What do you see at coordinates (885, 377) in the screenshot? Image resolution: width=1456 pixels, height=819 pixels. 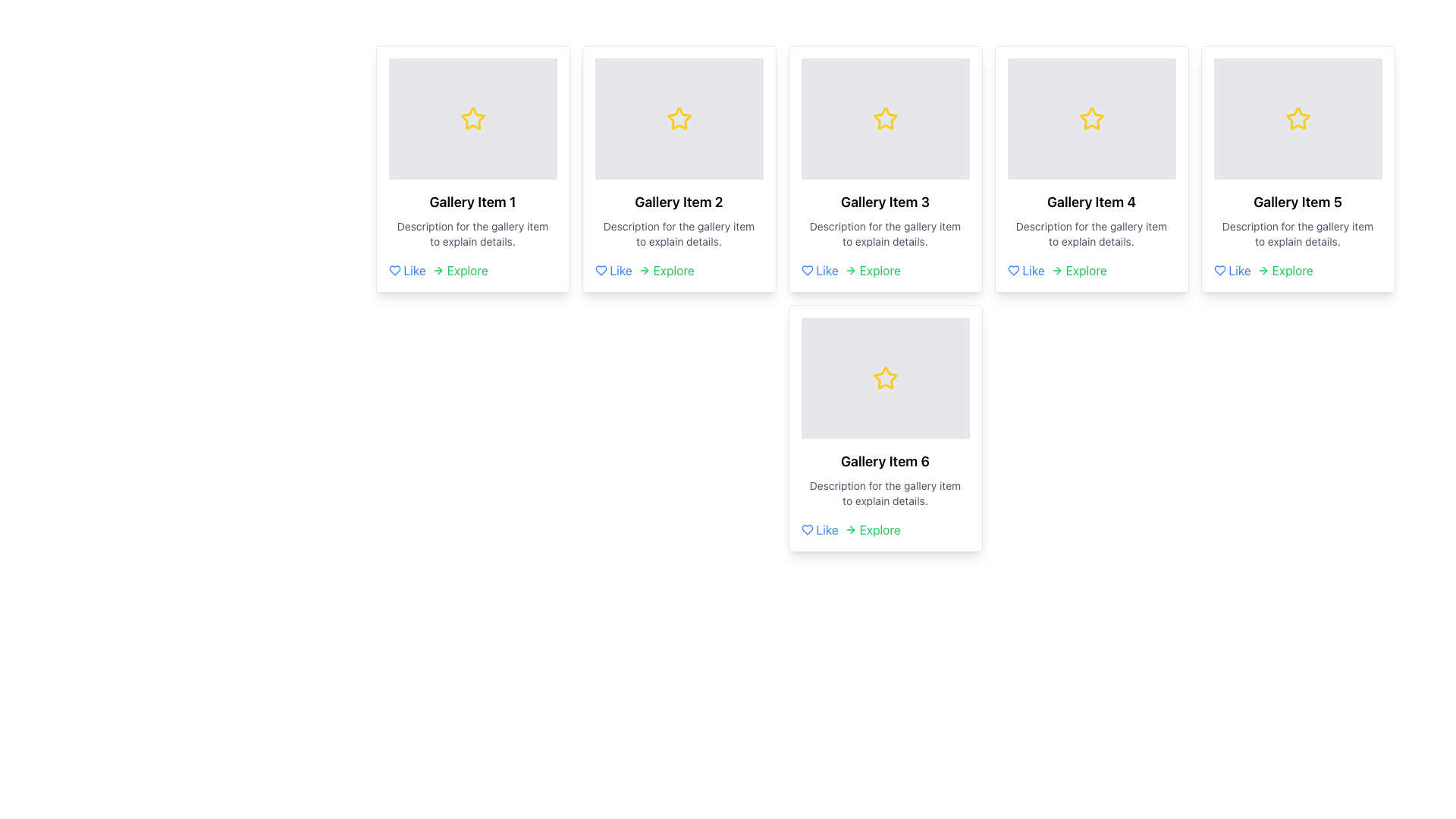 I see `the yellow star icon with a hollow center located in the preview area of the card labeled 'Gallery Item 6', which is the first card in the bottom row of the grid layout` at bounding box center [885, 377].